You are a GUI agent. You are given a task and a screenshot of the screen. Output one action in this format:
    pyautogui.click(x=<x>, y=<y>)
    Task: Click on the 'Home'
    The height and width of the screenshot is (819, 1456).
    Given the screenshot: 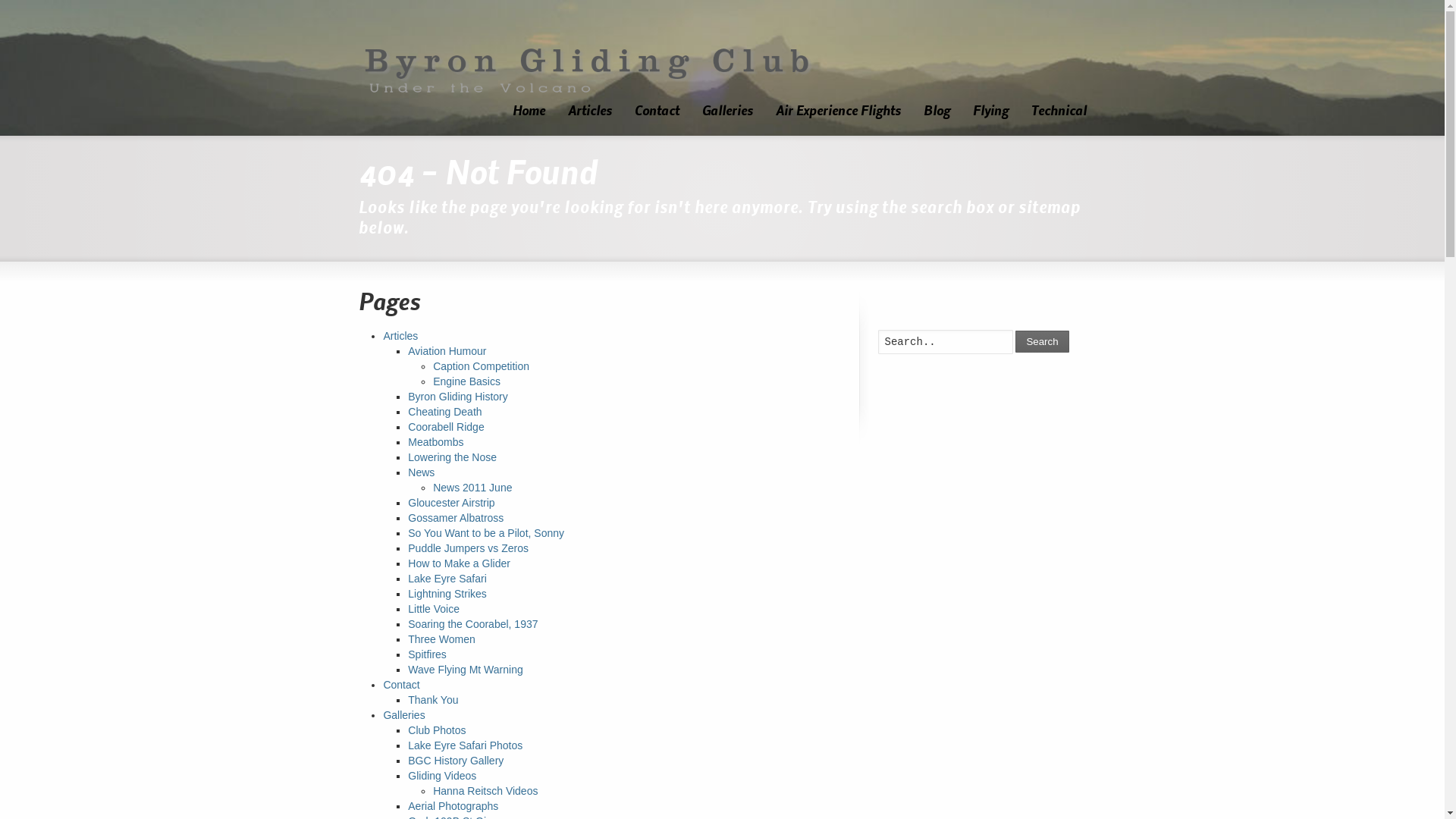 What is the action you would take?
    pyautogui.click(x=528, y=112)
    